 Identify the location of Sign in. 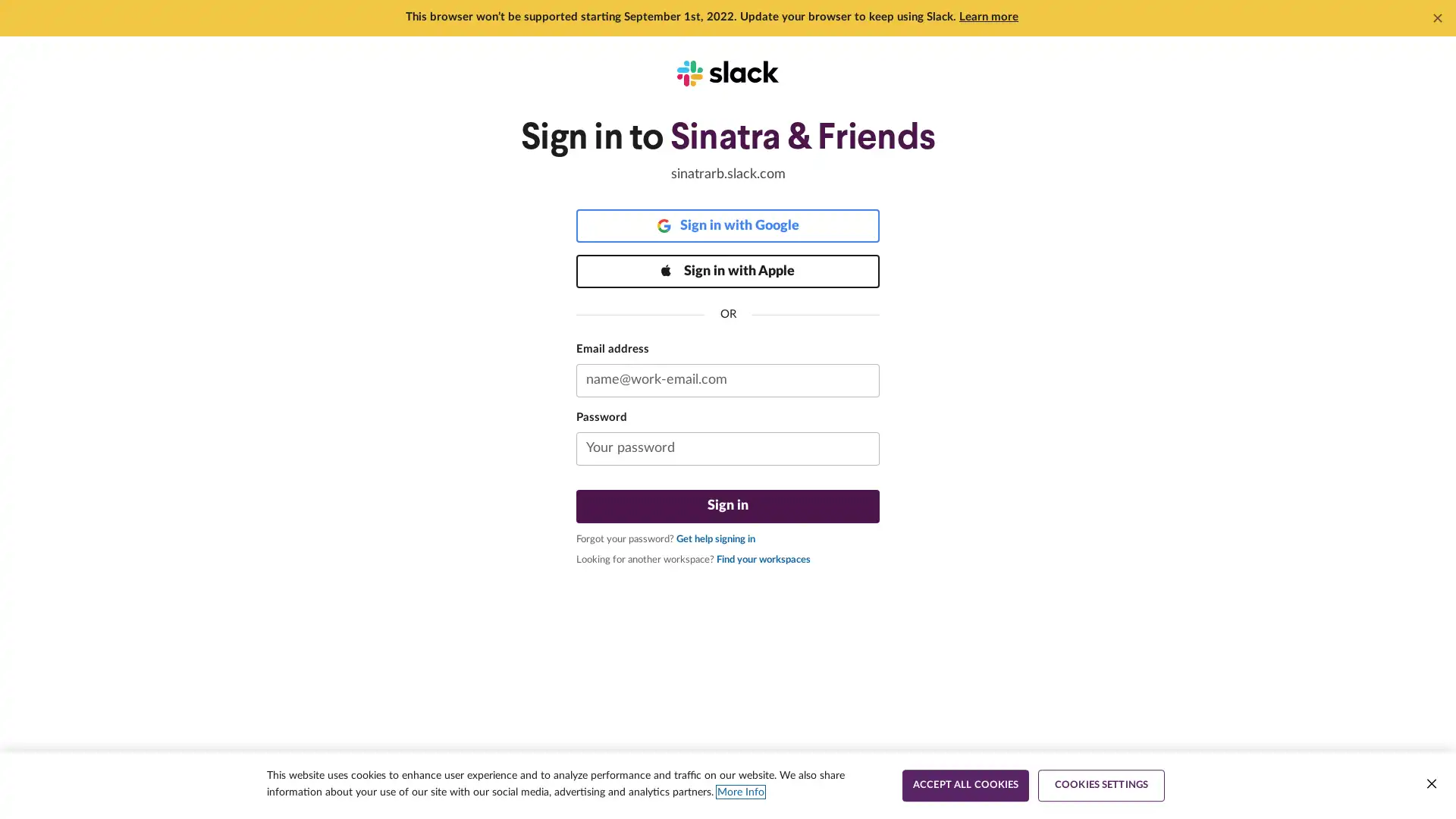
(728, 506).